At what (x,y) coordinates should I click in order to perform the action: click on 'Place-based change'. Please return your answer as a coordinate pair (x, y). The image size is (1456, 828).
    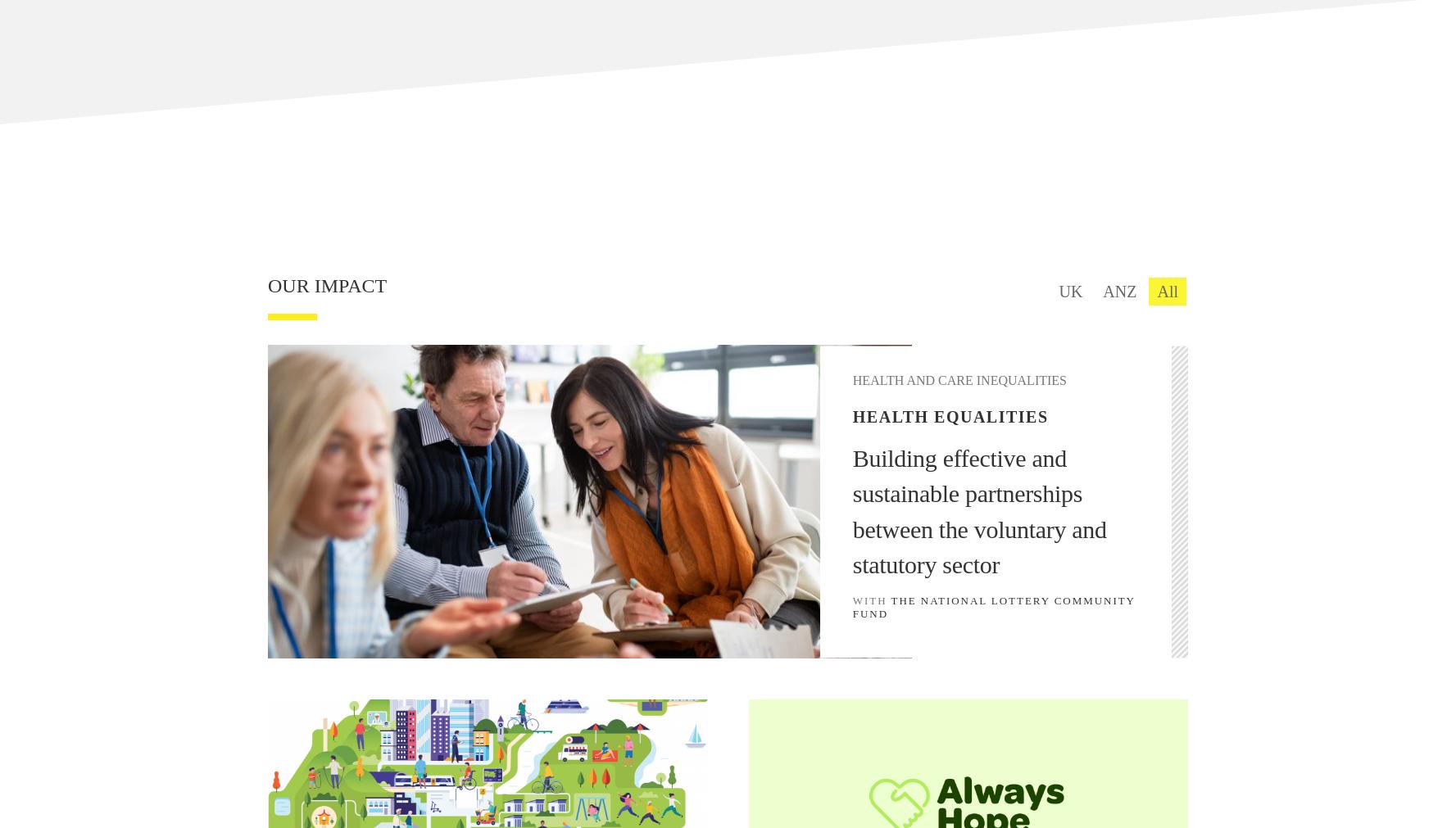
    Looking at the image, I should click on (1049, 289).